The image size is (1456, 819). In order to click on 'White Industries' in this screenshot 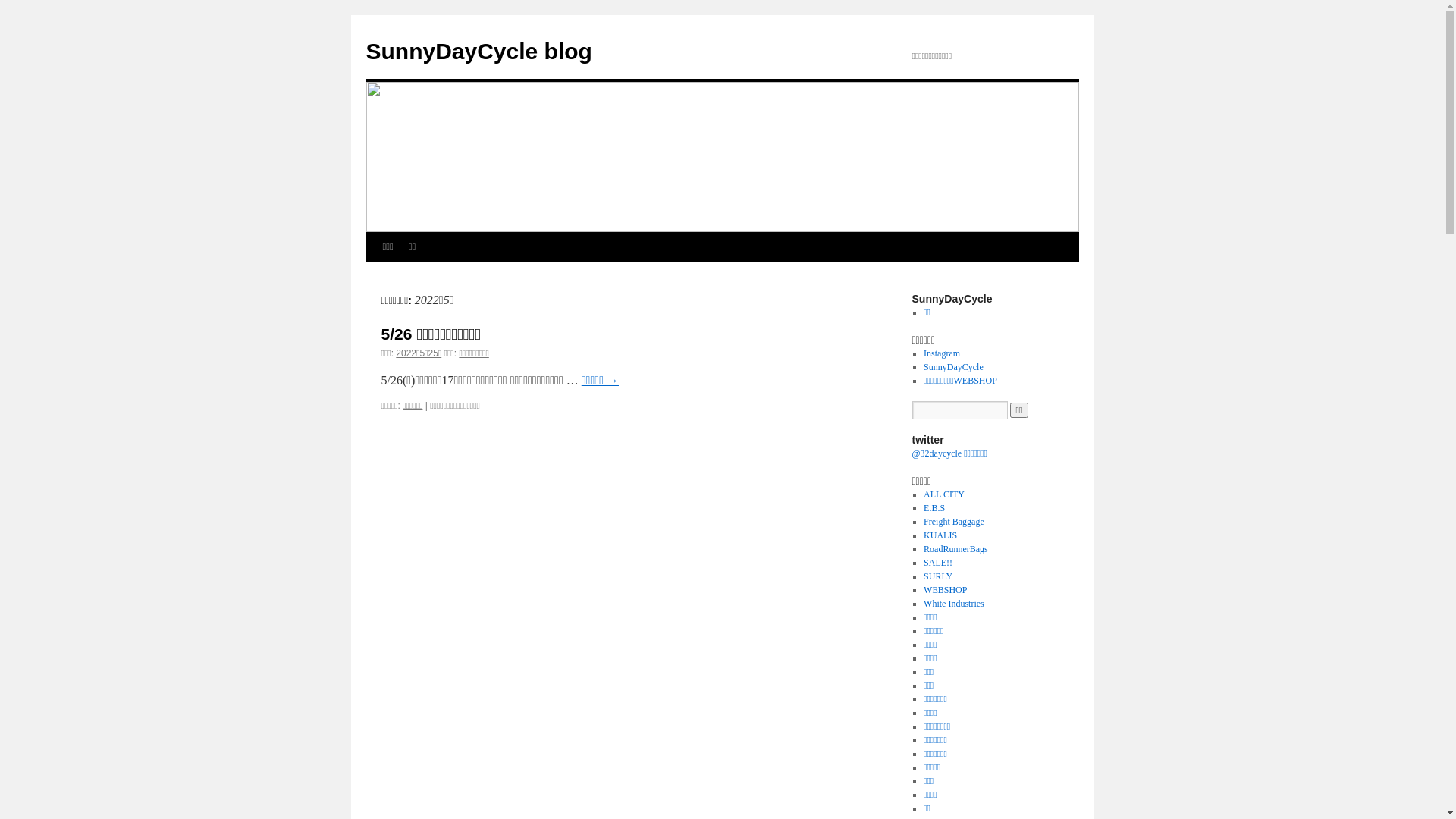, I will do `click(952, 602)`.